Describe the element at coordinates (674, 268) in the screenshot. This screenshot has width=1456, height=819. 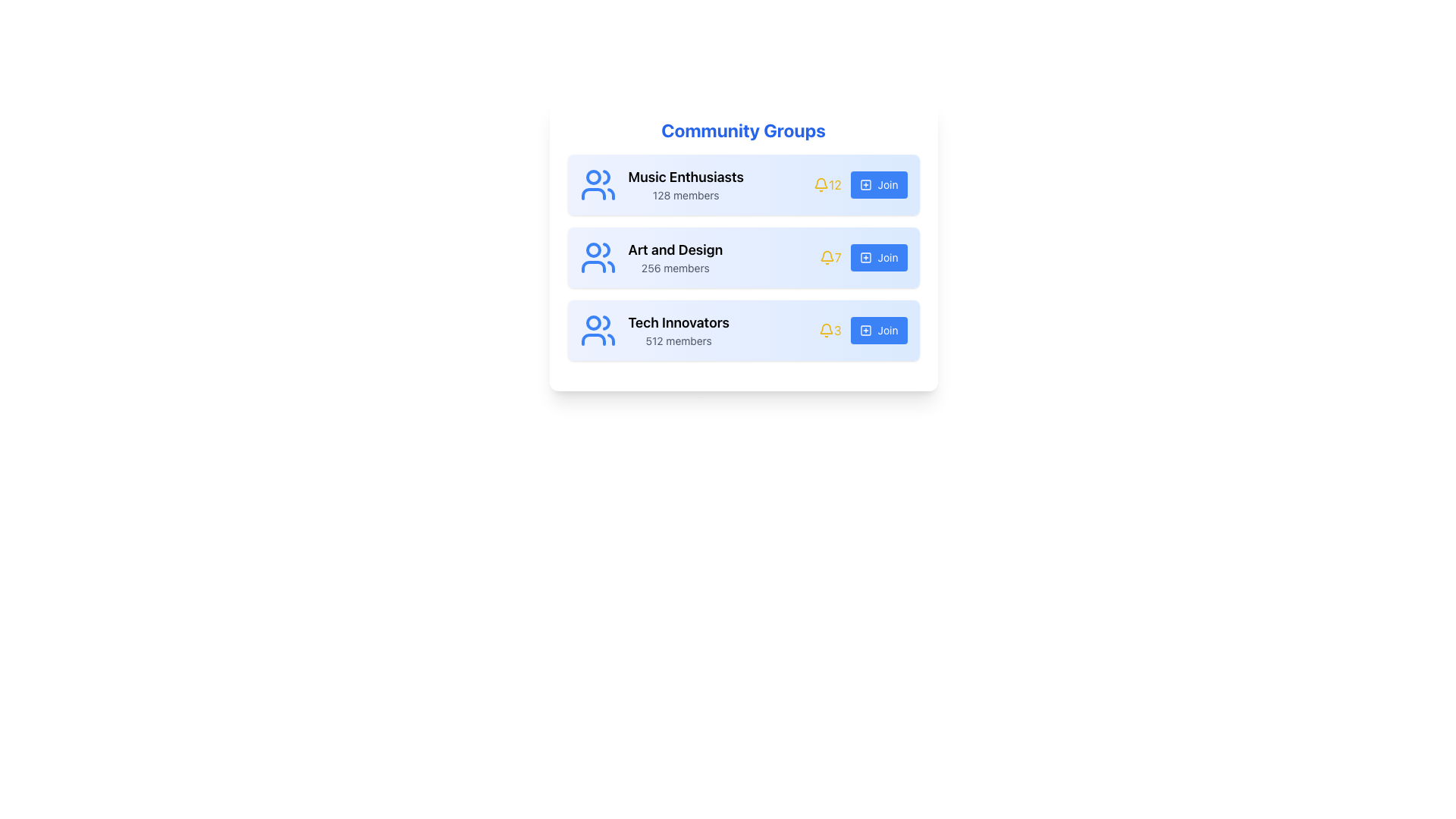
I see `the text label indicating the number of members in the 'Art and Design' community group, located just below the title in the community groups section` at that location.